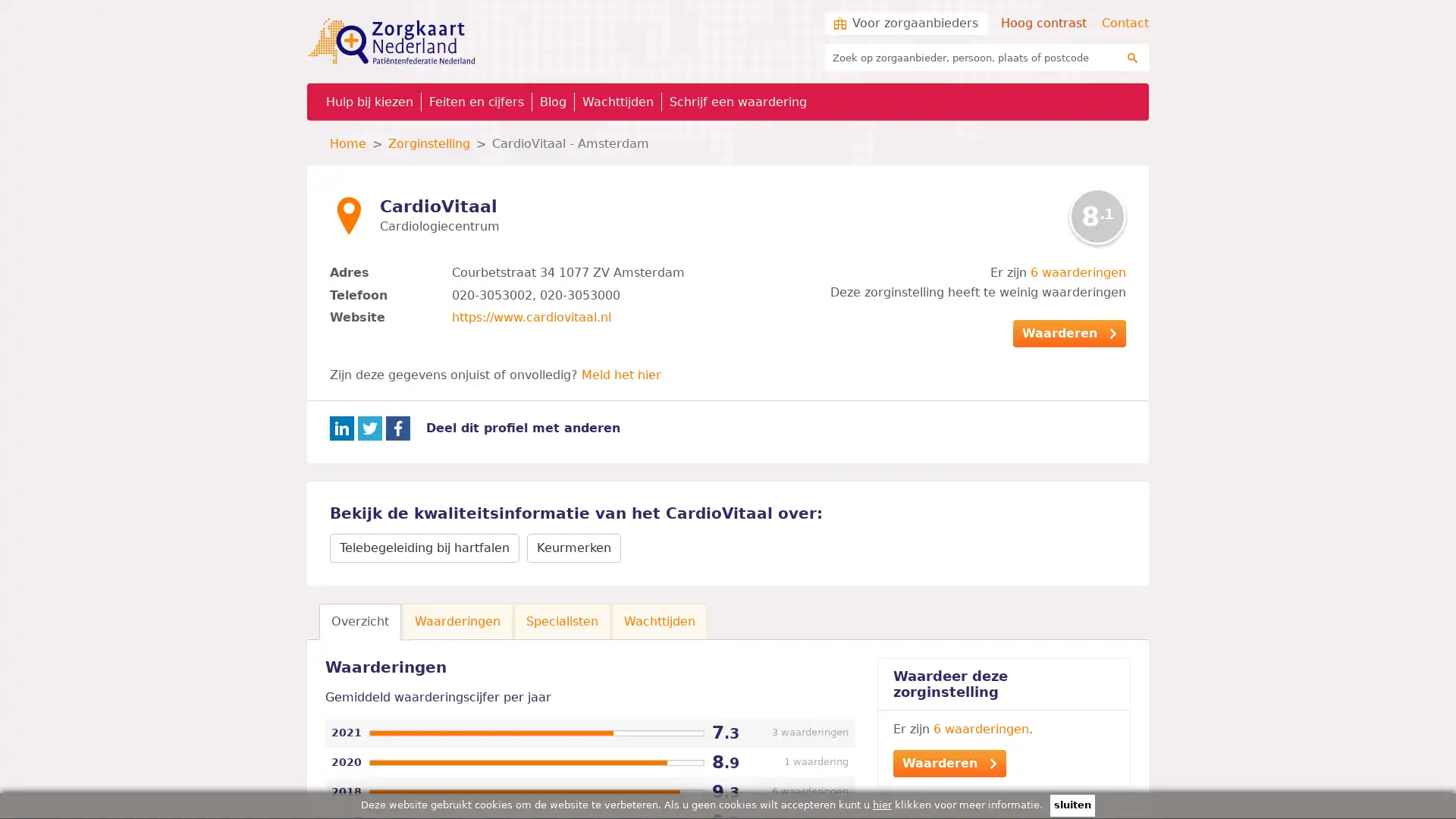 Image resolution: width=1456 pixels, height=819 pixels. Describe the element at coordinates (1132, 57) in the screenshot. I see `Zoek` at that location.